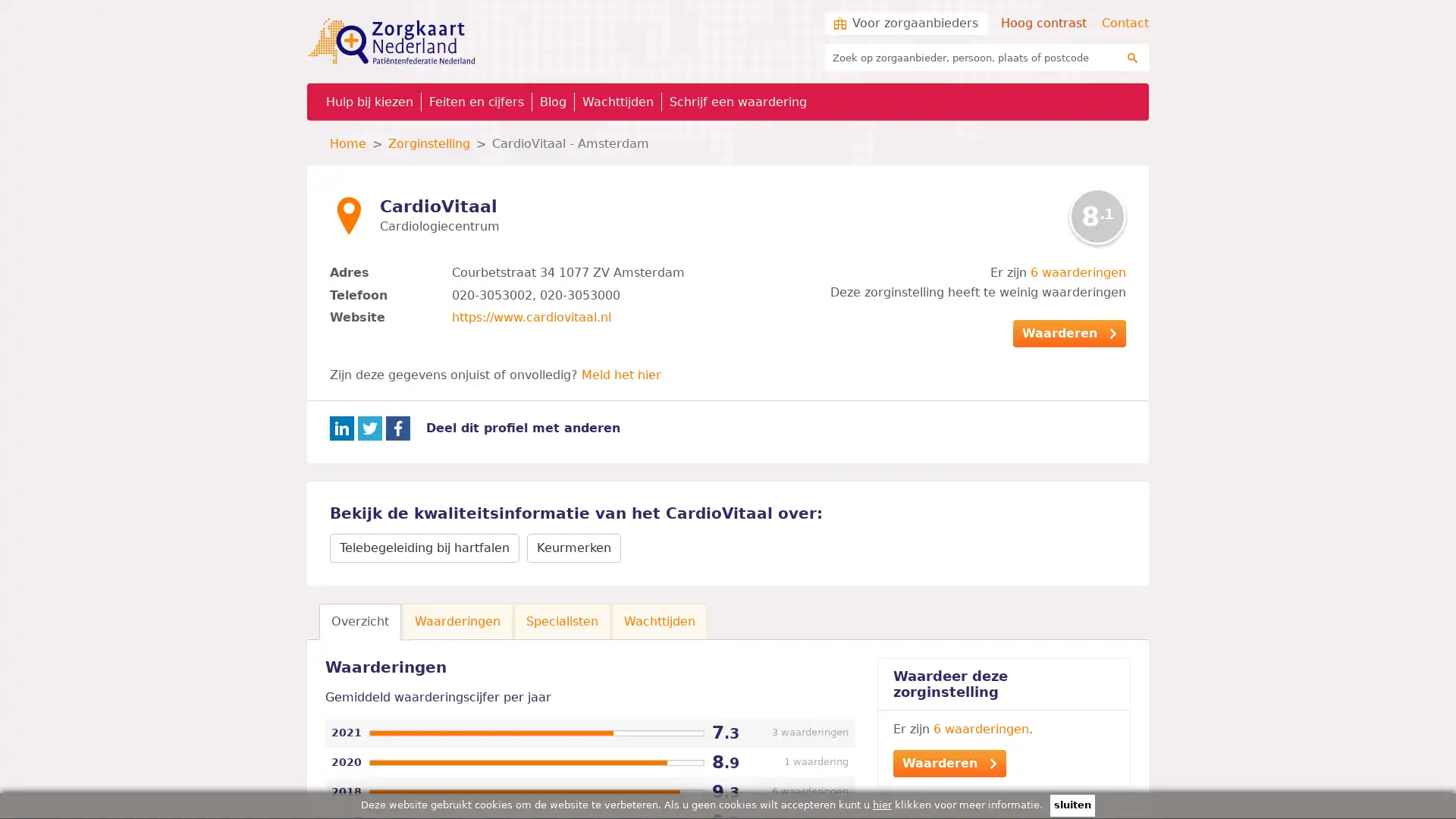 Image resolution: width=1456 pixels, height=819 pixels. Describe the element at coordinates (1132, 57) in the screenshot. I see `Zoek` at that location.